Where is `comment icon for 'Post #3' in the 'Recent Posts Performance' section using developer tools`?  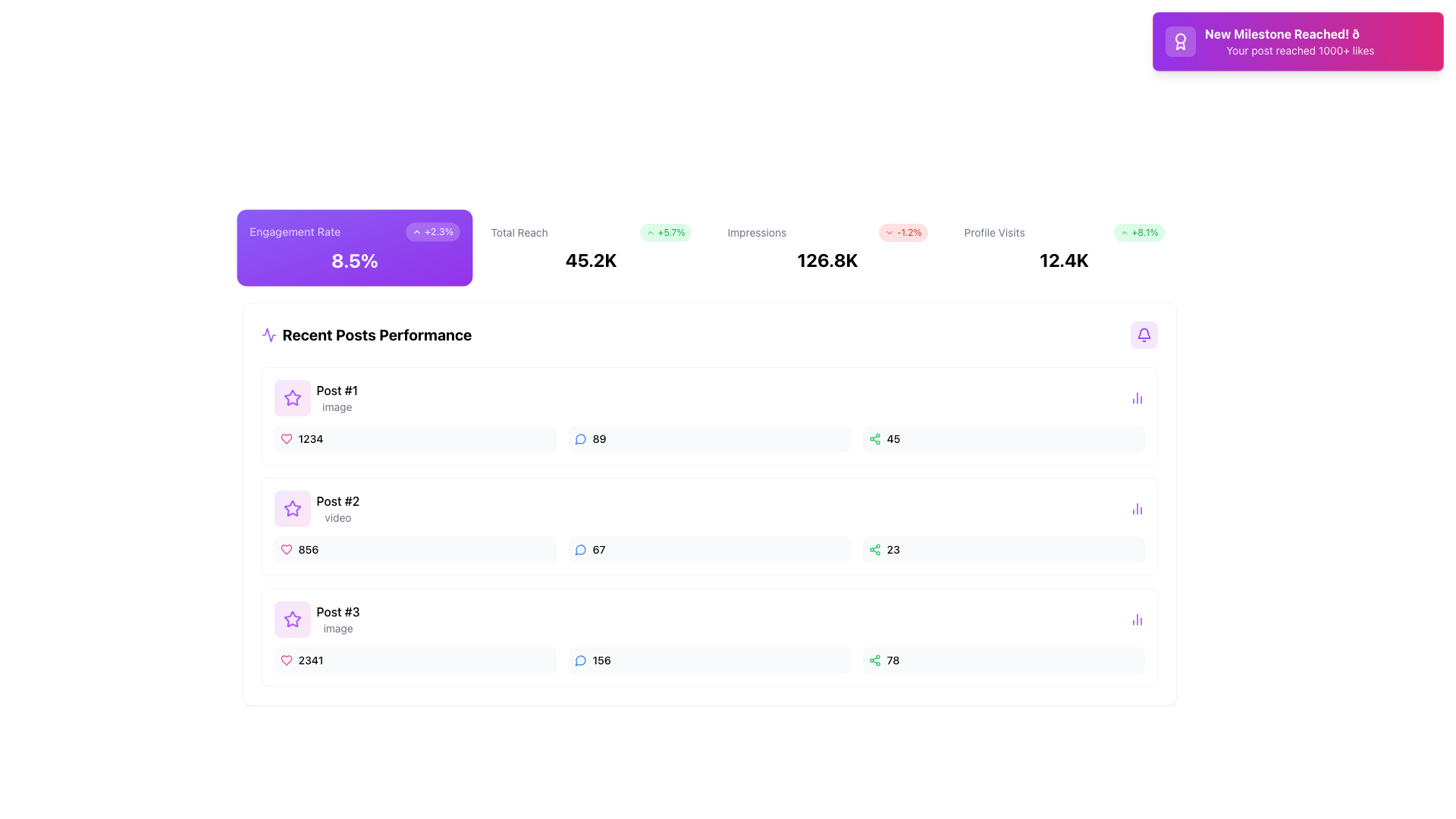
comment icon for 'Post #3' in the 'Recent Posts Performance' section using developer tools is located at coordinates (579, 660).